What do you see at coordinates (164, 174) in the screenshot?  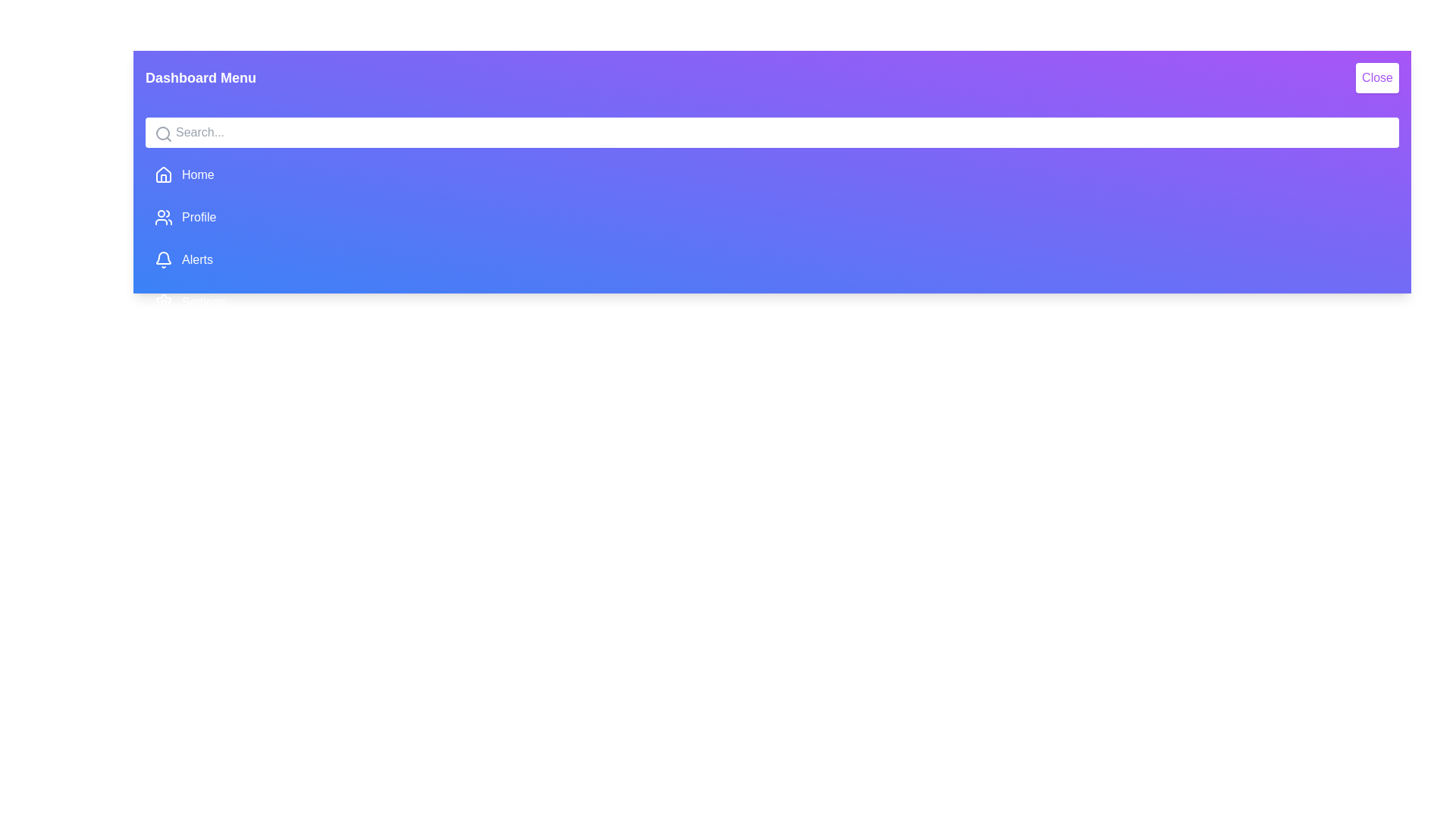 I see `the house-shaped SVG icon located to the left of the 'Home' menu item` at bounding box center [164, 174].